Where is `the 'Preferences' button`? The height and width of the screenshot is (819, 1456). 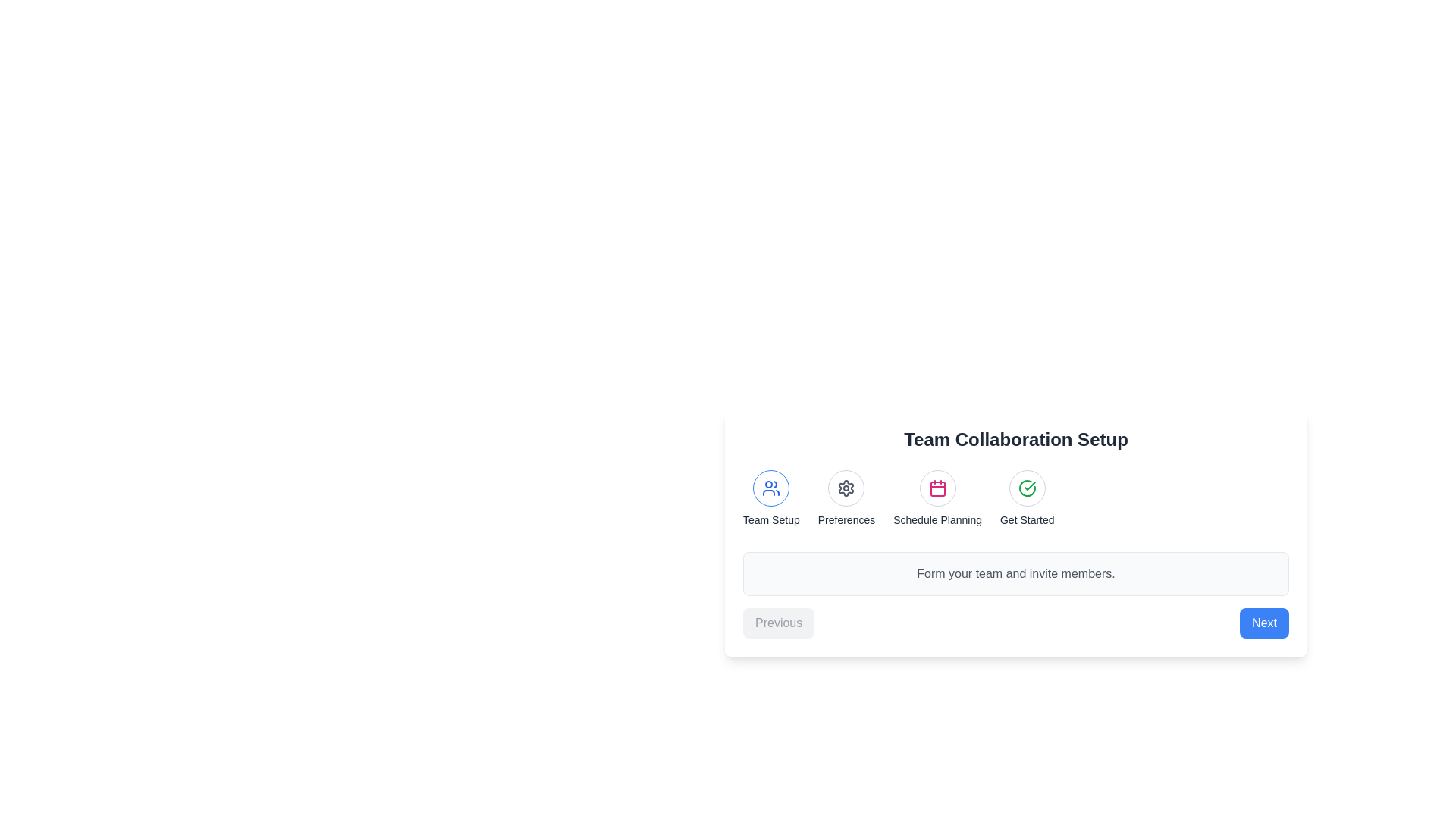
the 'Preferences' button is located at coordinates (846, 499).